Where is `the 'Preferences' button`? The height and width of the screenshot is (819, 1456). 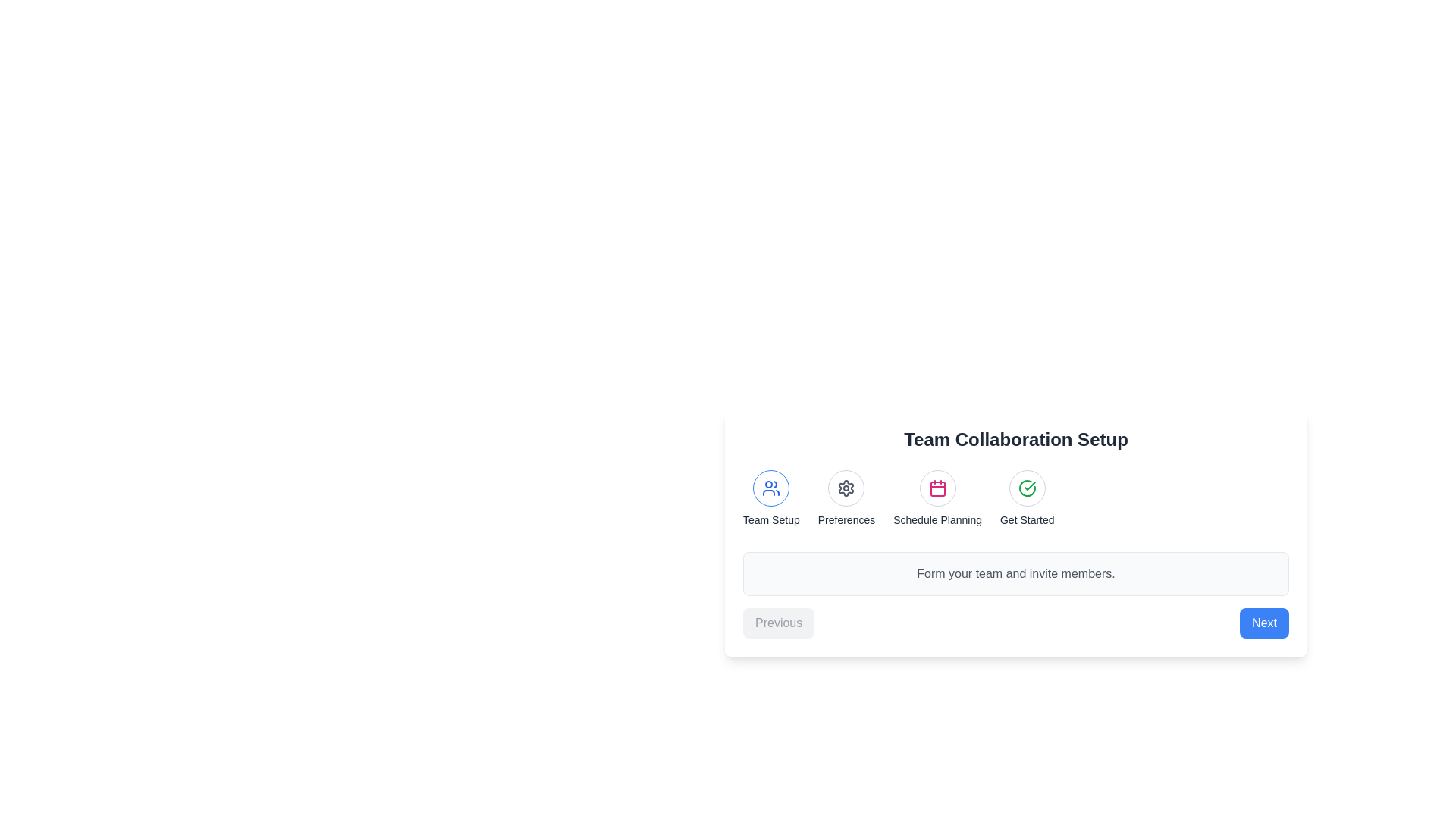
the 'Preferences' button is located at coordinates (846, 499).